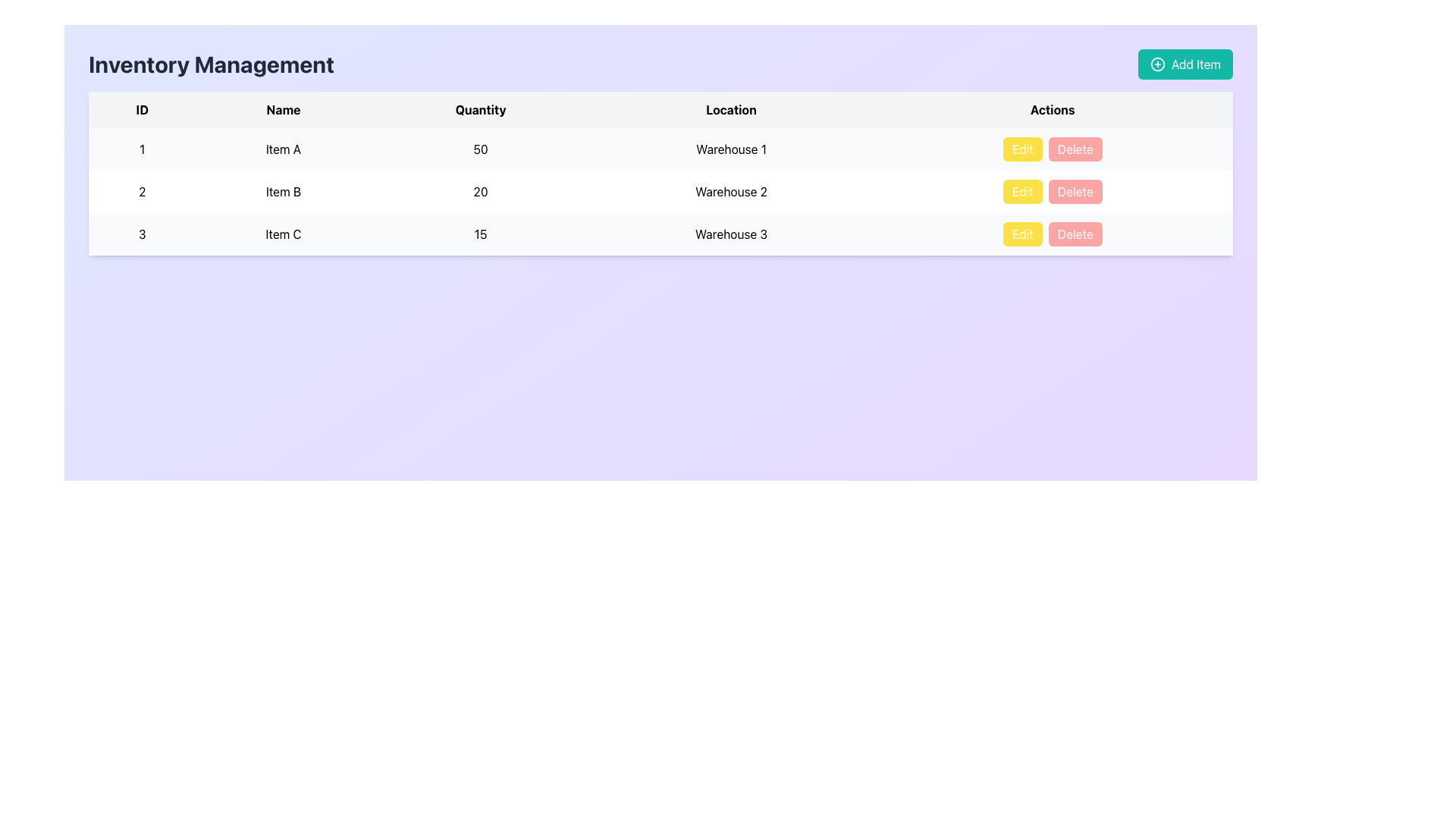 The height and width of the screenshot is (819, 1456). Describe the element at coordinates (142, 234) in the screenshot. I see `the Static text element that identifies the third entry in the table, located in the first column of the third row` at that location.